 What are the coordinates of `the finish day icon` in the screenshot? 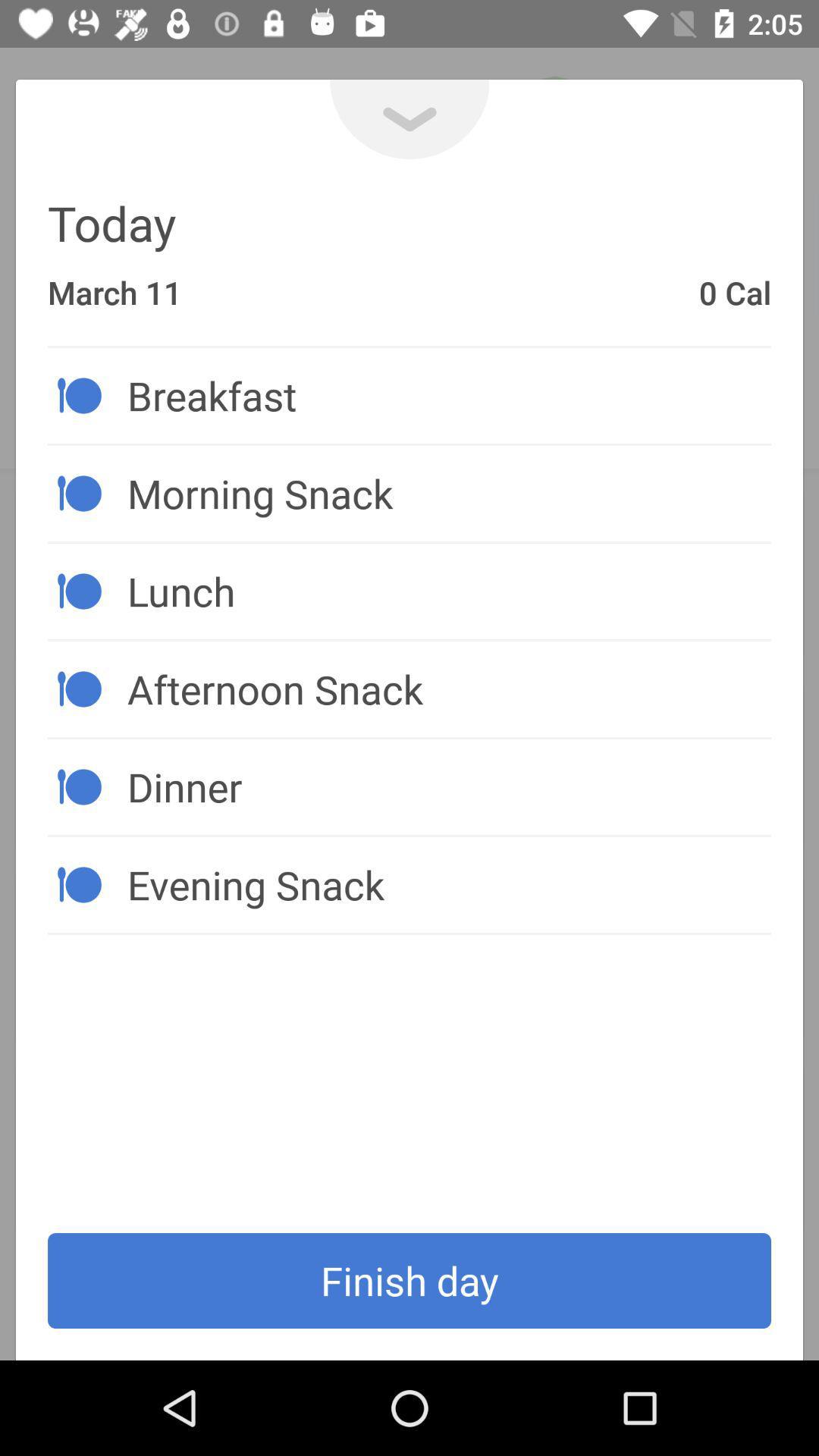 It's located at (409, 1280).